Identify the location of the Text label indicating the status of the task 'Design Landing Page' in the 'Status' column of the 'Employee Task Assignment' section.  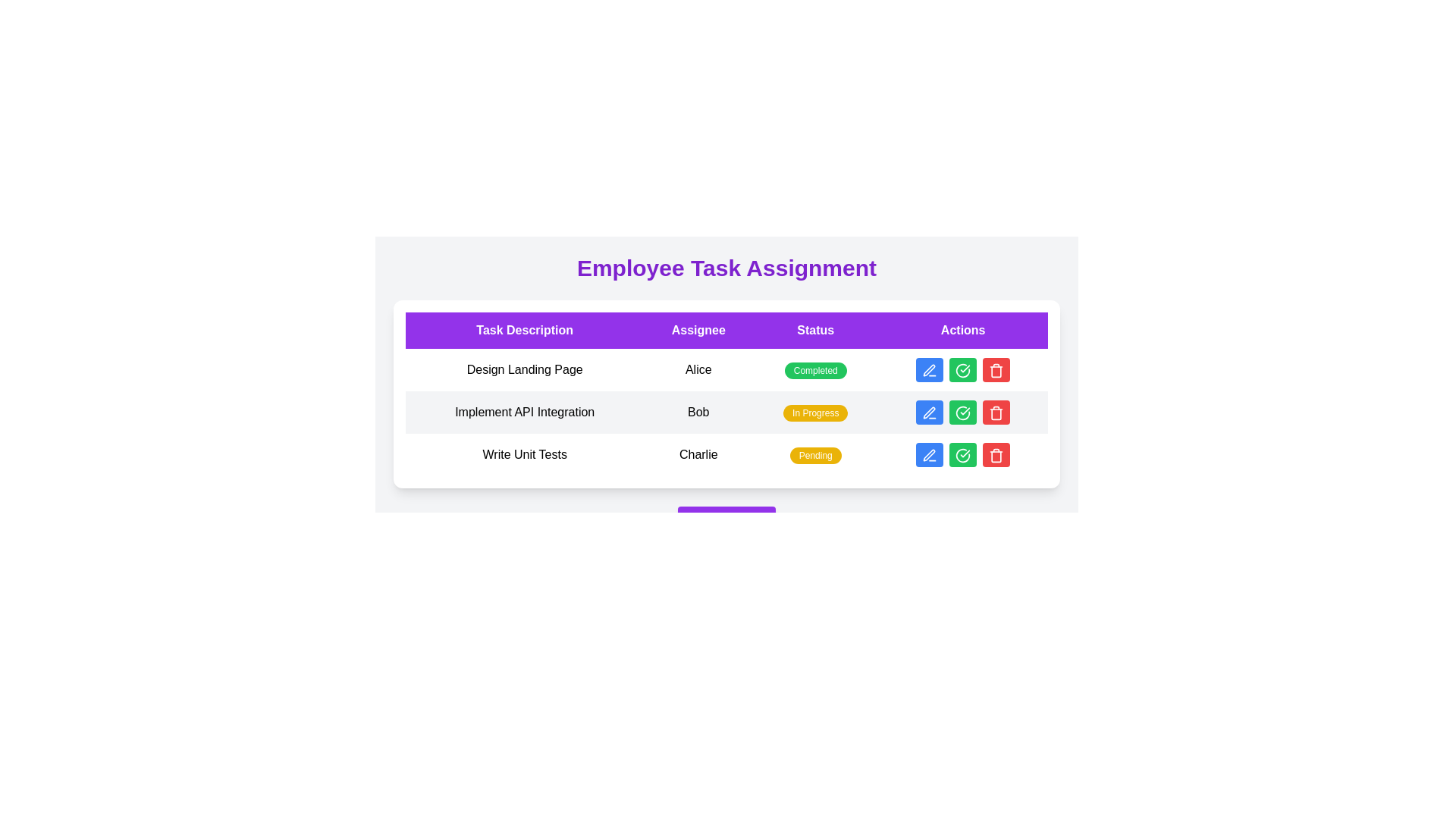
(814, 371).